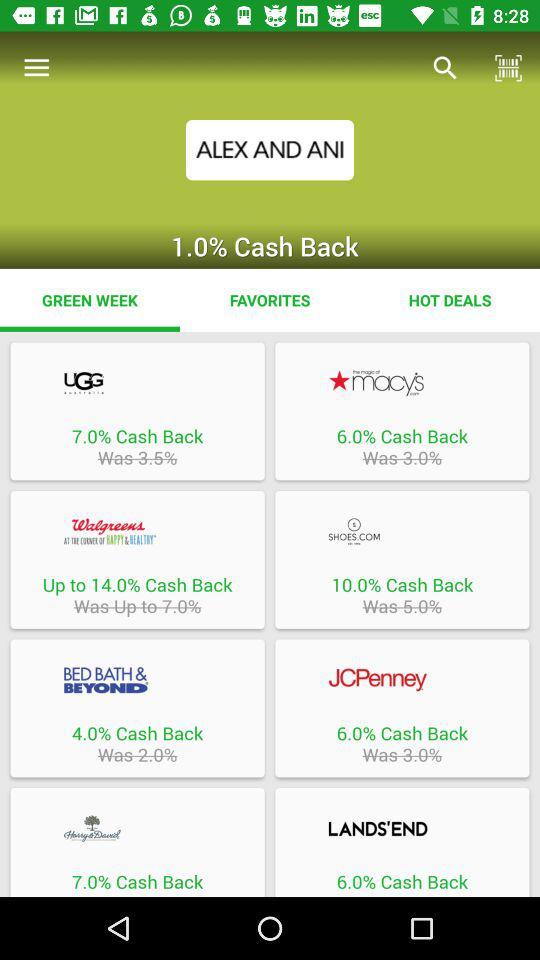  I want to click on the text which is above the 60 cash back, so click(402, 828).